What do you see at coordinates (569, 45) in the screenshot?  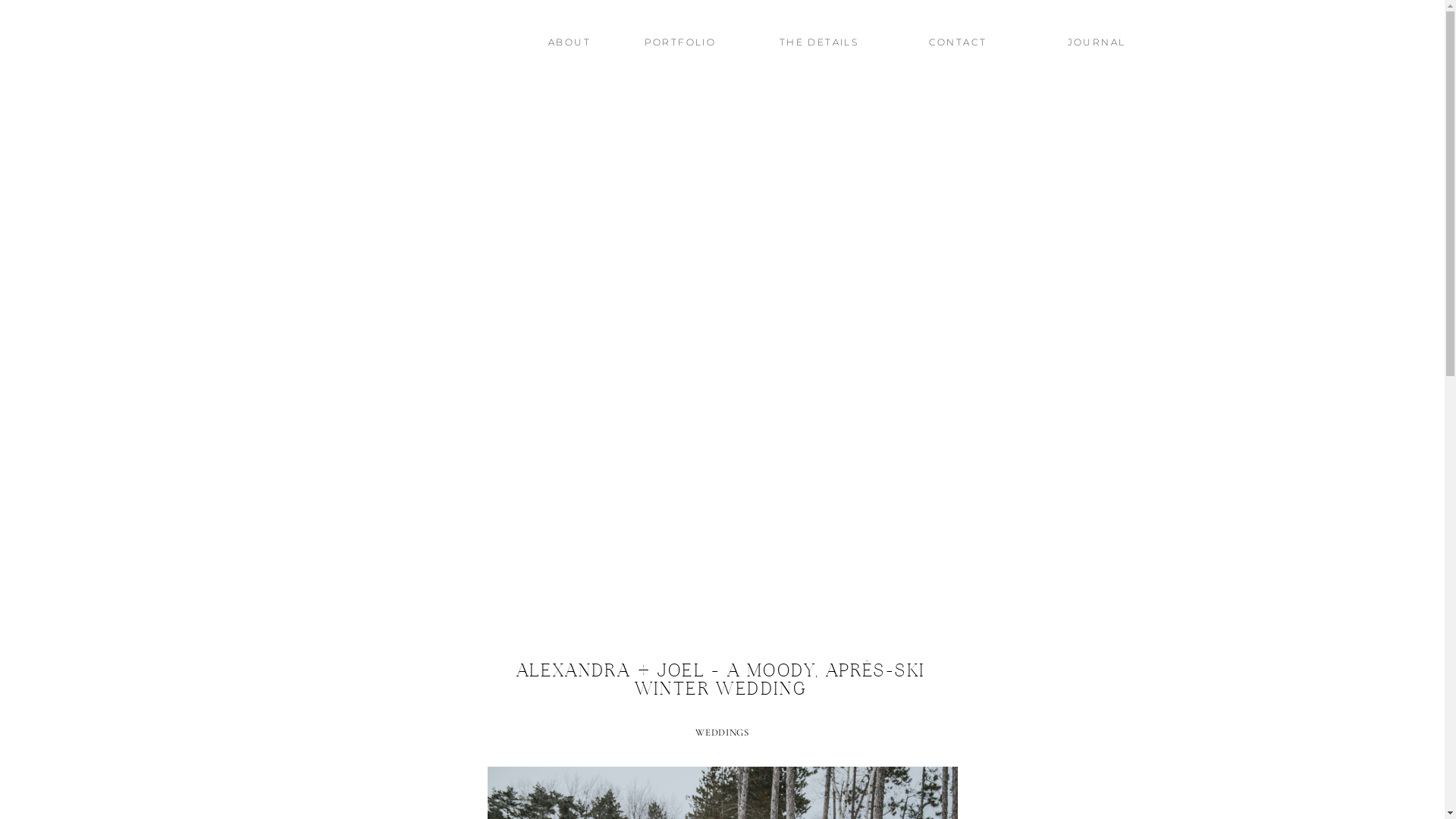 I see `'ABOUT'` at bounding box center [569, 45].